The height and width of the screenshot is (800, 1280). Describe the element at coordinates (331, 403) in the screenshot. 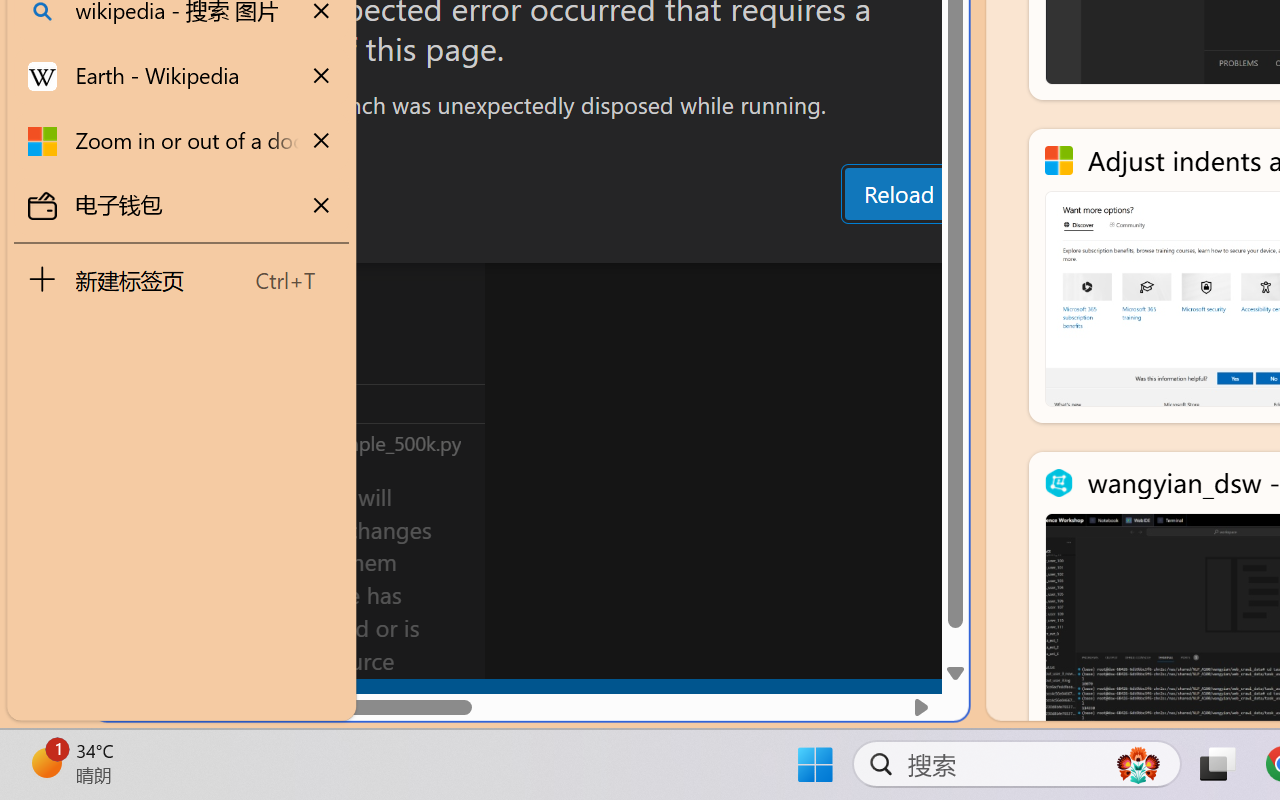

I see `'Outline Section'` at that location.